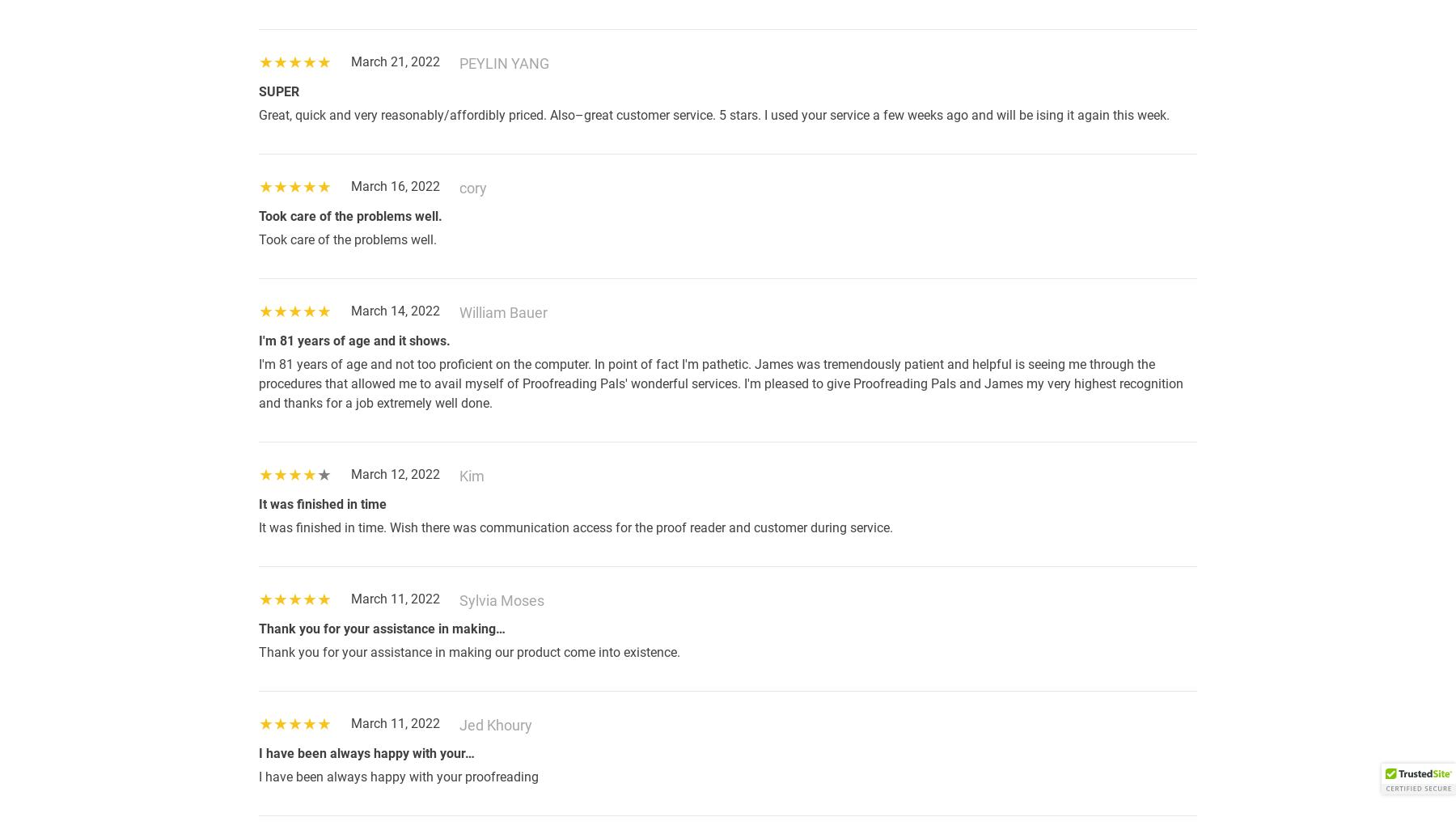 The height and width of the screenshot is (834, 1456). I want to click on 'March 12, 2022', so click(395, 473).